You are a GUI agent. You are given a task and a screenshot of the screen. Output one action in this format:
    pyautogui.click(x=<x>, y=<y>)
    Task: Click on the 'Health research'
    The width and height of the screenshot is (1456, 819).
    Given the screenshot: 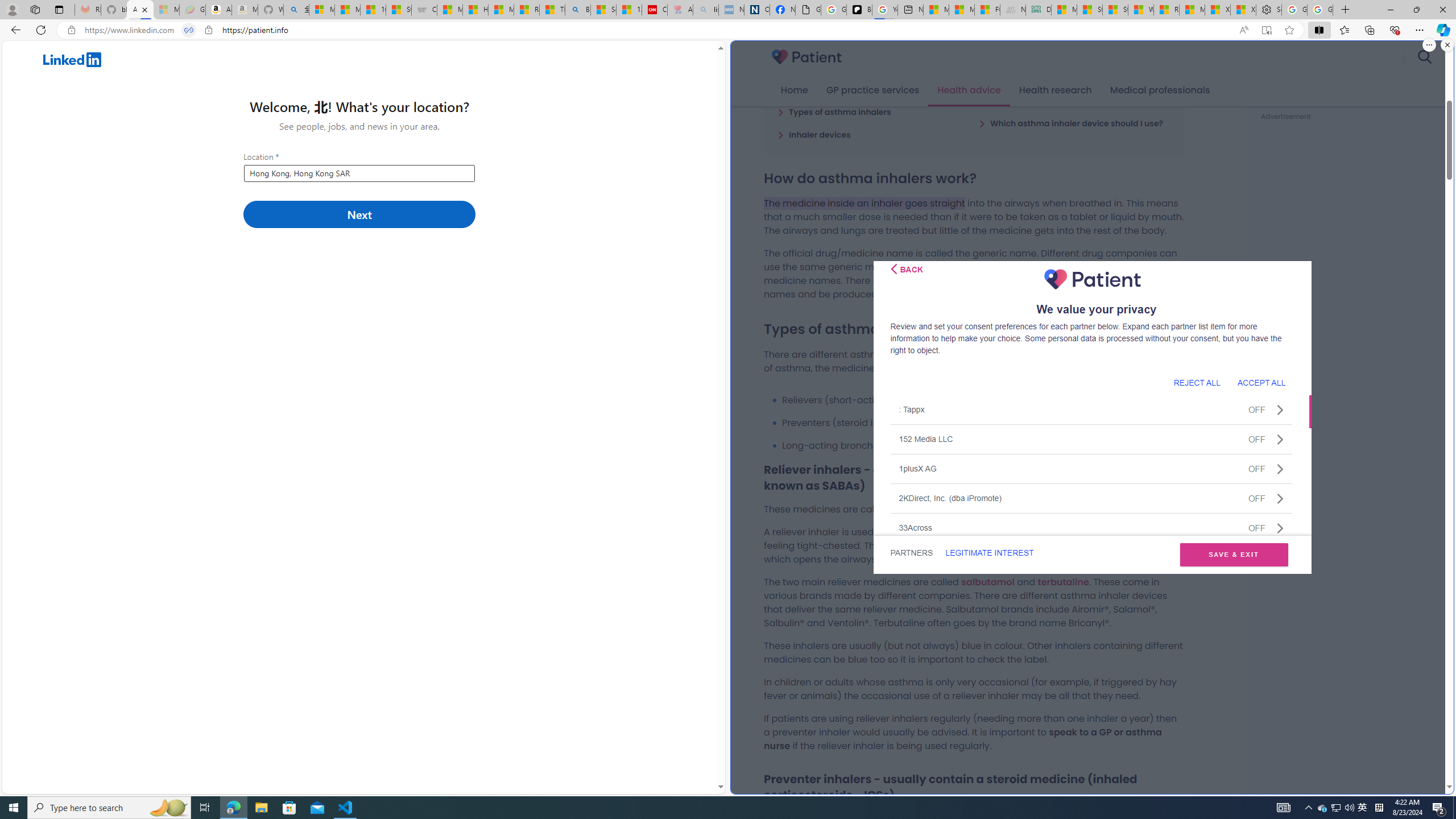 What is the action you would take?
    pyautogui.click(x=1054, y=90)
    